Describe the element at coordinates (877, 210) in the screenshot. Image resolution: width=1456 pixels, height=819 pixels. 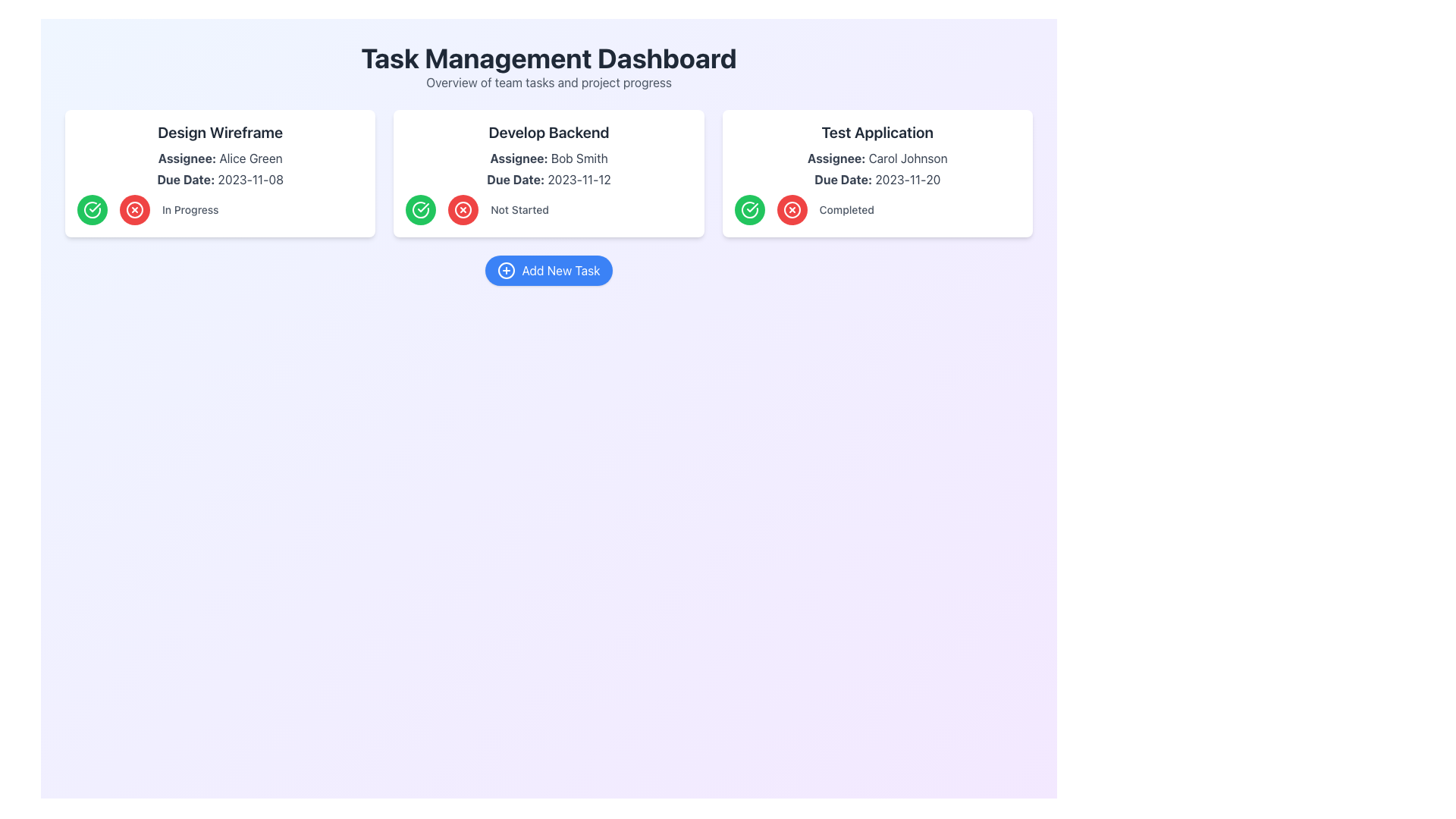
I see `the text label reading 'Completed' which is styled in gray and positioned to the right of the green checkmark and red cross buttons inside the 'Test Application' card in the task management dashboard` at that location.